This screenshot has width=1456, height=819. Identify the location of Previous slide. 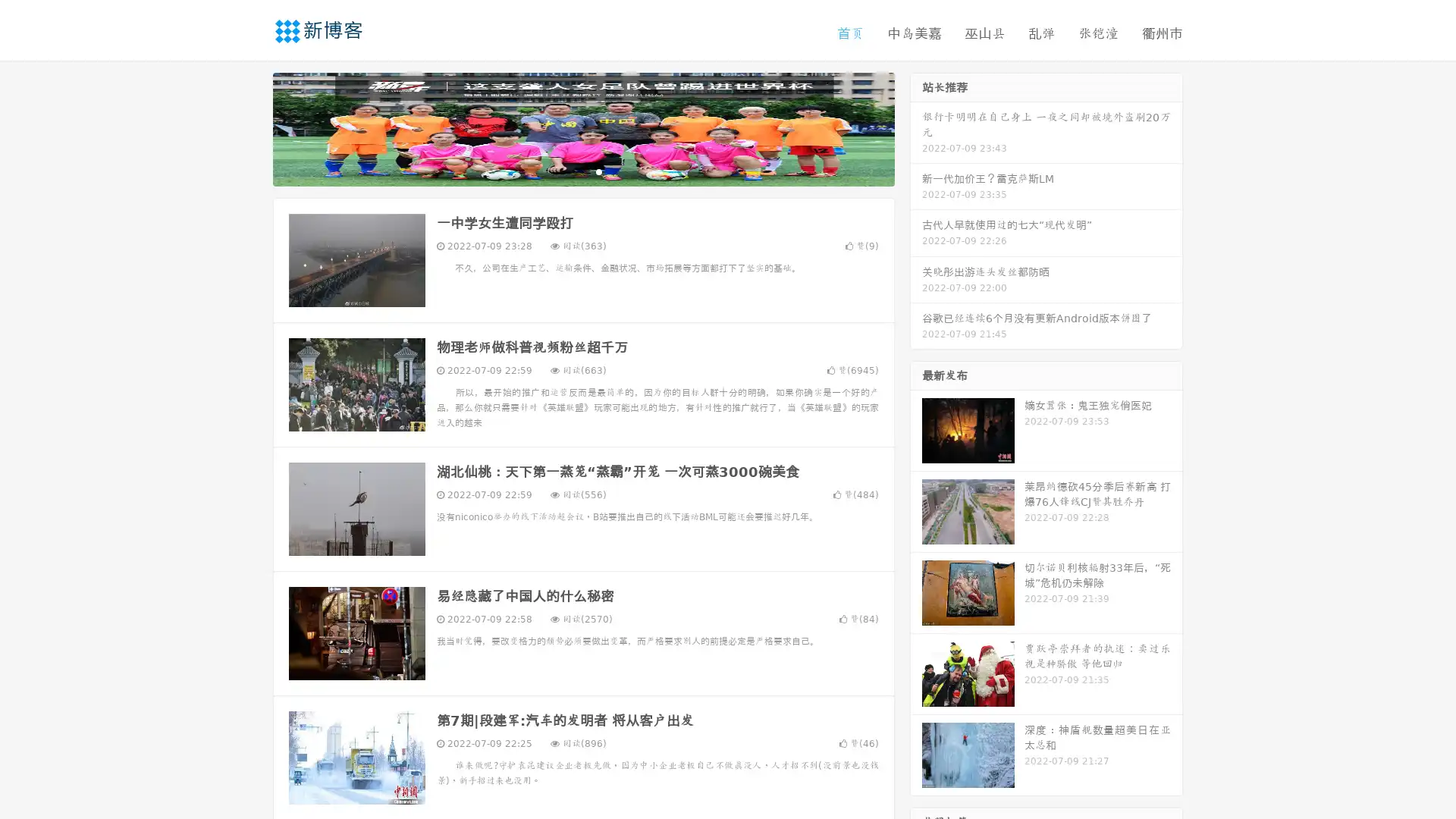
(250, 127).